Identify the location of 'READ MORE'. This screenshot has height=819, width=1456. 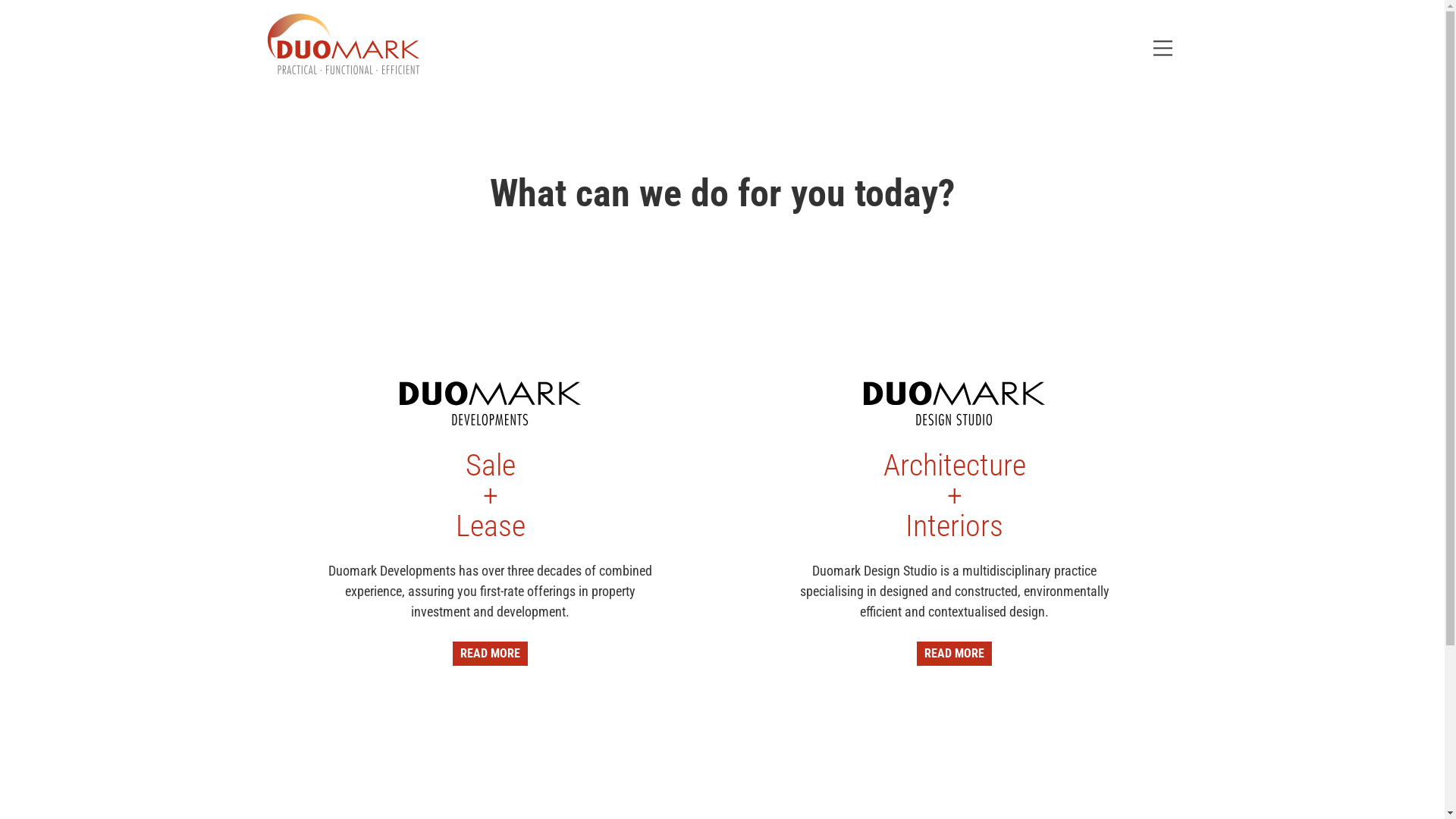
(490, 652).